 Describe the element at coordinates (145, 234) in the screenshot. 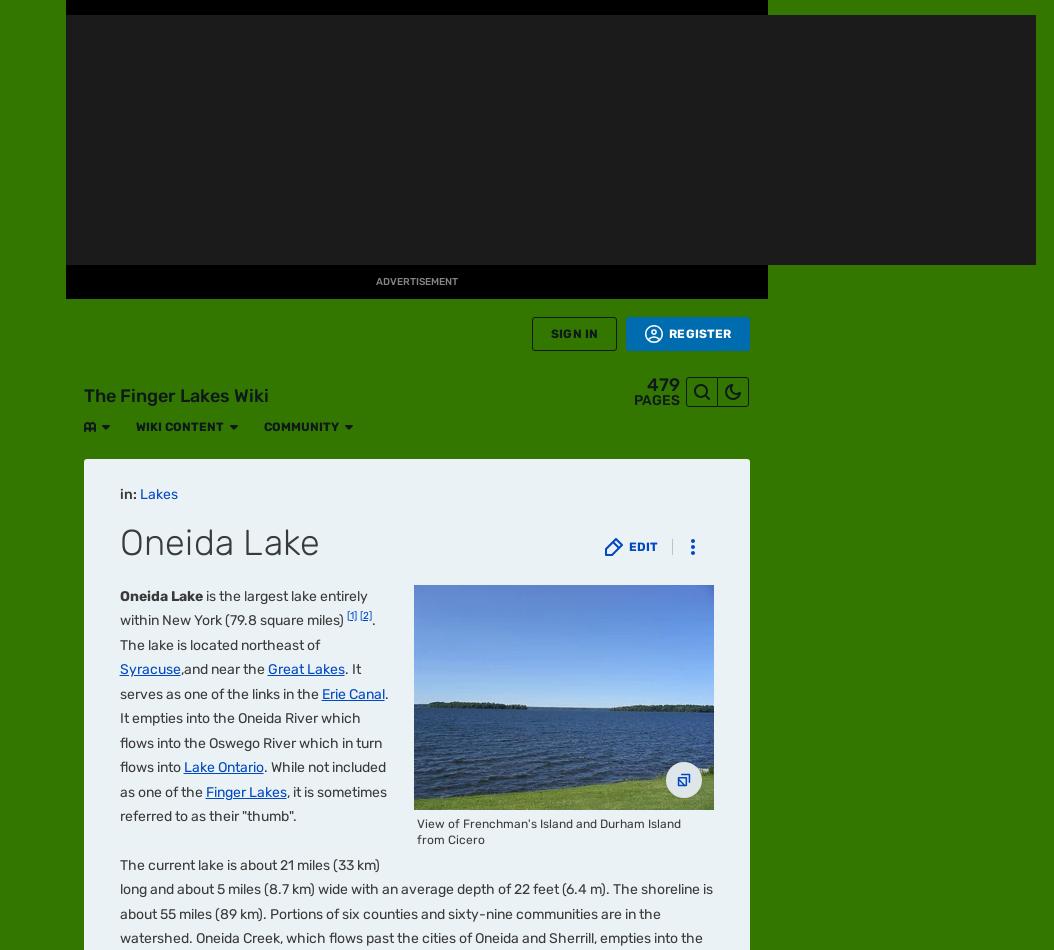

I see `'2'` at that location.